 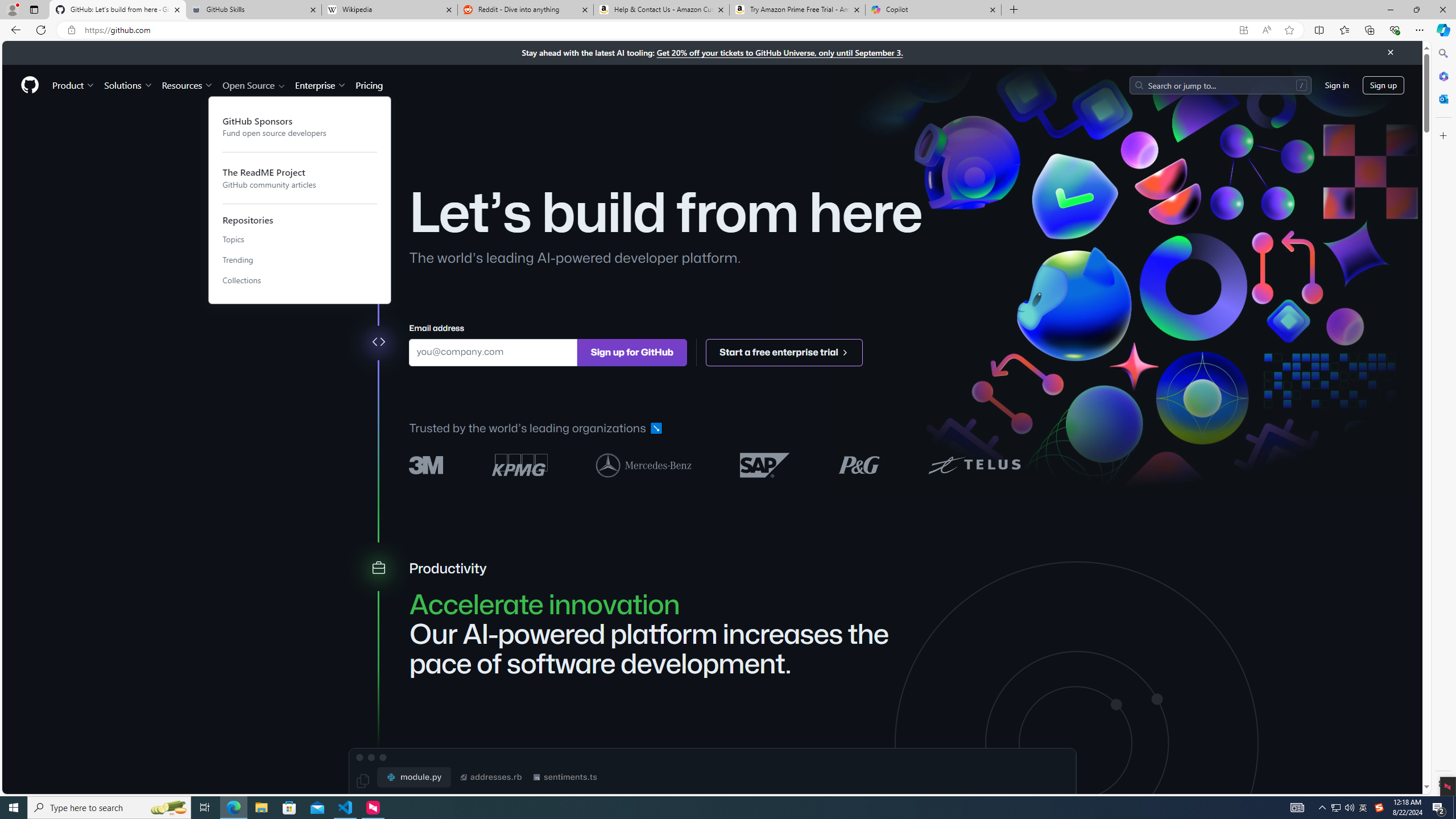 What do you see at coordinates (519, 464) in the screenshot?
I see `'KPMG logo'` at bounding box center [519, 464].